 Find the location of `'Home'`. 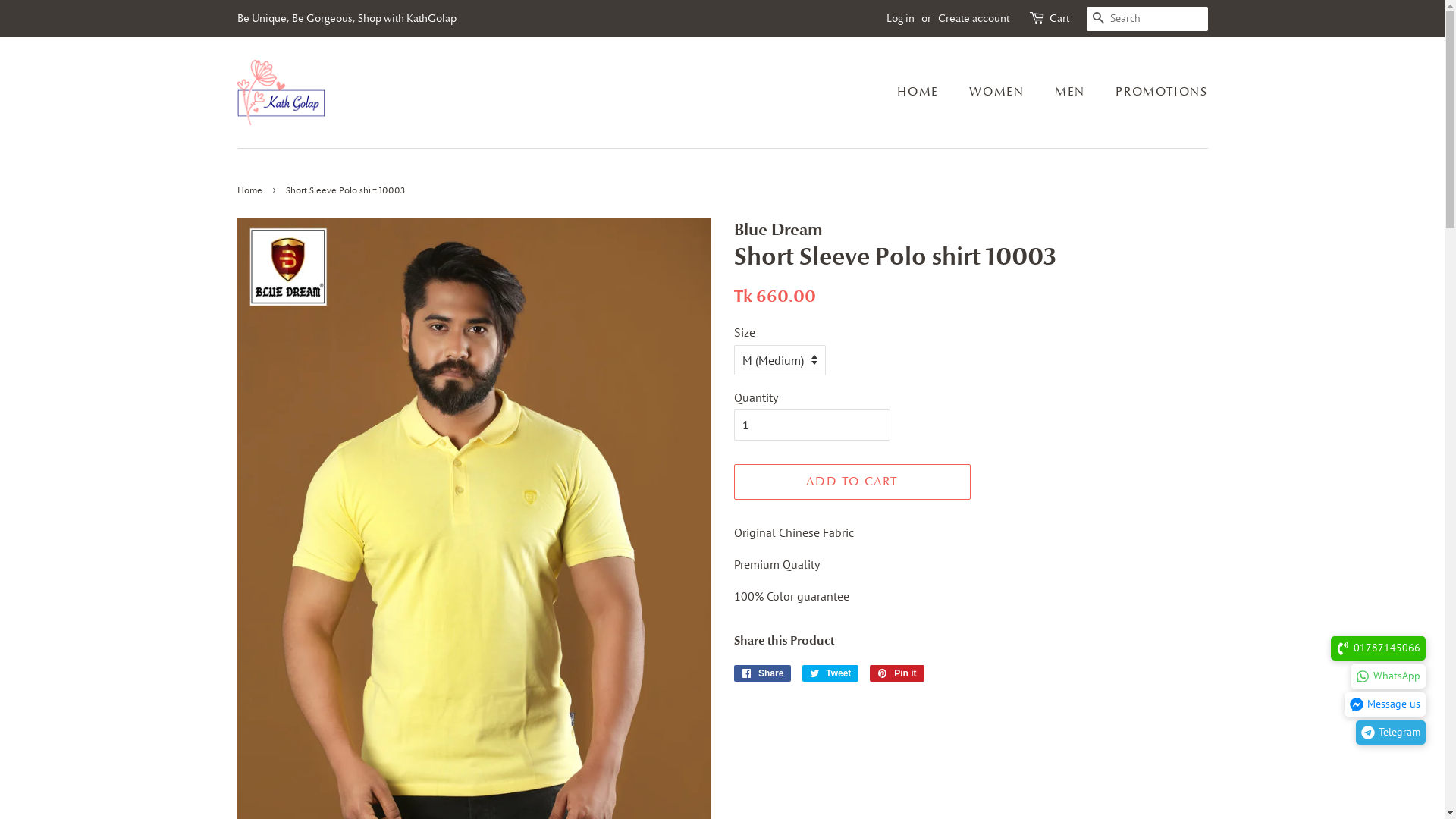

'Home' is located at coordinates (236, 189).